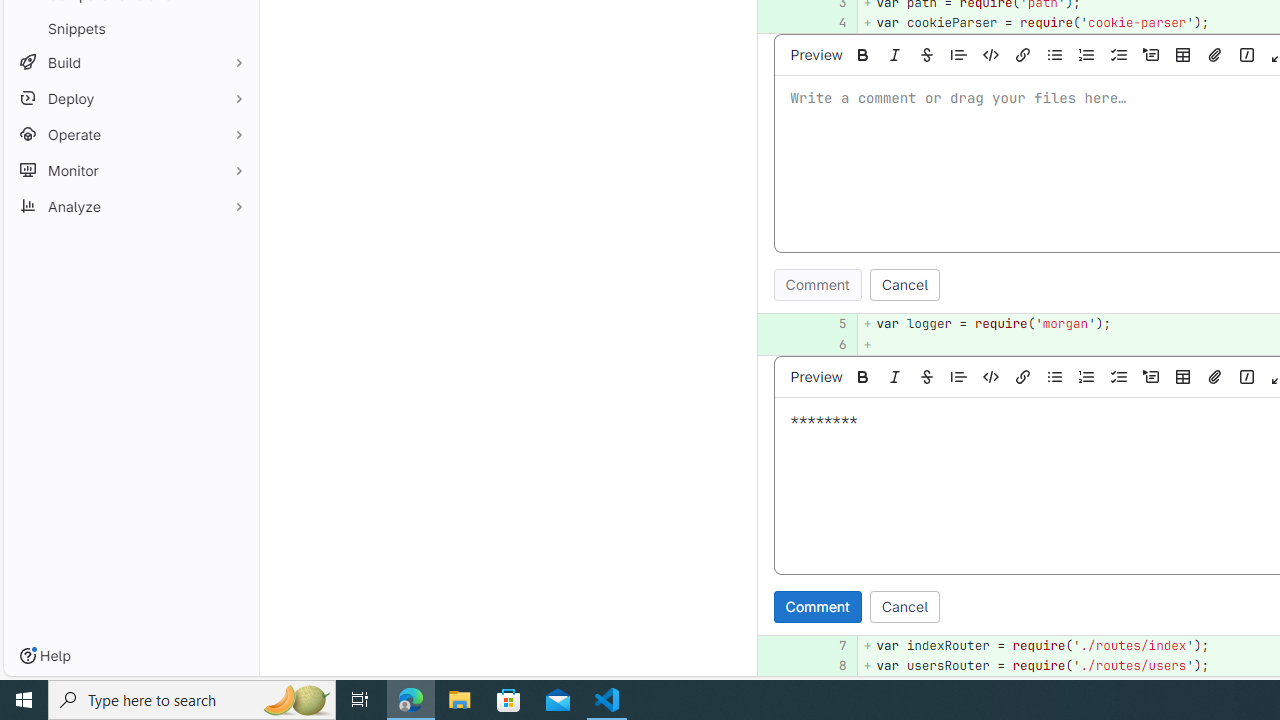 Image resolution: width=1280 pixels, height=720 pixels. Describe the element at coordinates (1054, 376) in the screenshot. I see `'Add a bullet list'` at that location.